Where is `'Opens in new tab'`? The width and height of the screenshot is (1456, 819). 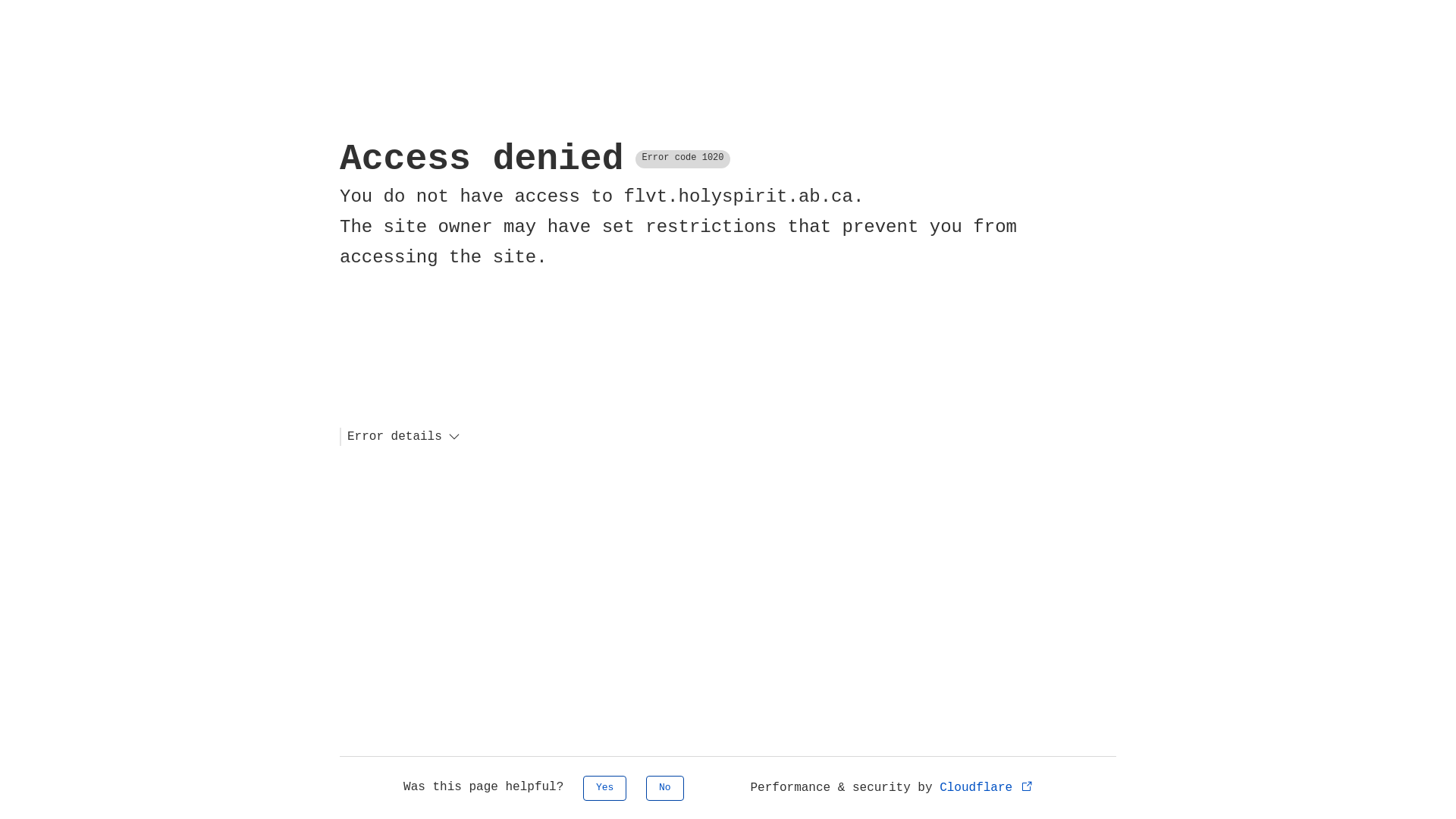 'Opens in new tab' is located at coordinates (1027, 785).